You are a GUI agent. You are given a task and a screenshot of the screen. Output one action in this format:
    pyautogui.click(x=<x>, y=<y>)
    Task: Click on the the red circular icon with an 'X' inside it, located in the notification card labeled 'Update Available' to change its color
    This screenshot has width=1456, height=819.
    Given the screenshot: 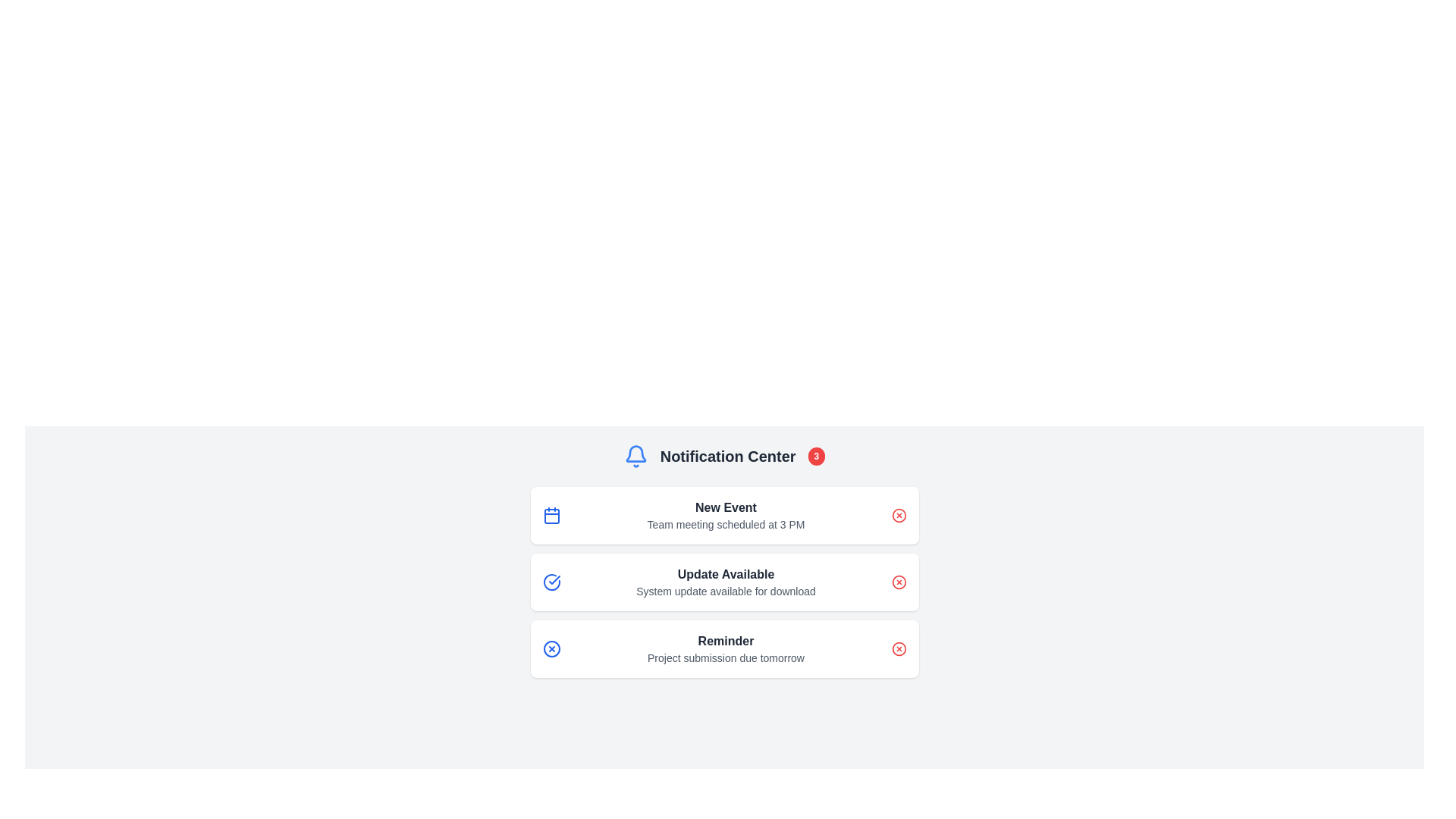 What is the action you would take?
    pyautogui.click(x=899, y=581)
    